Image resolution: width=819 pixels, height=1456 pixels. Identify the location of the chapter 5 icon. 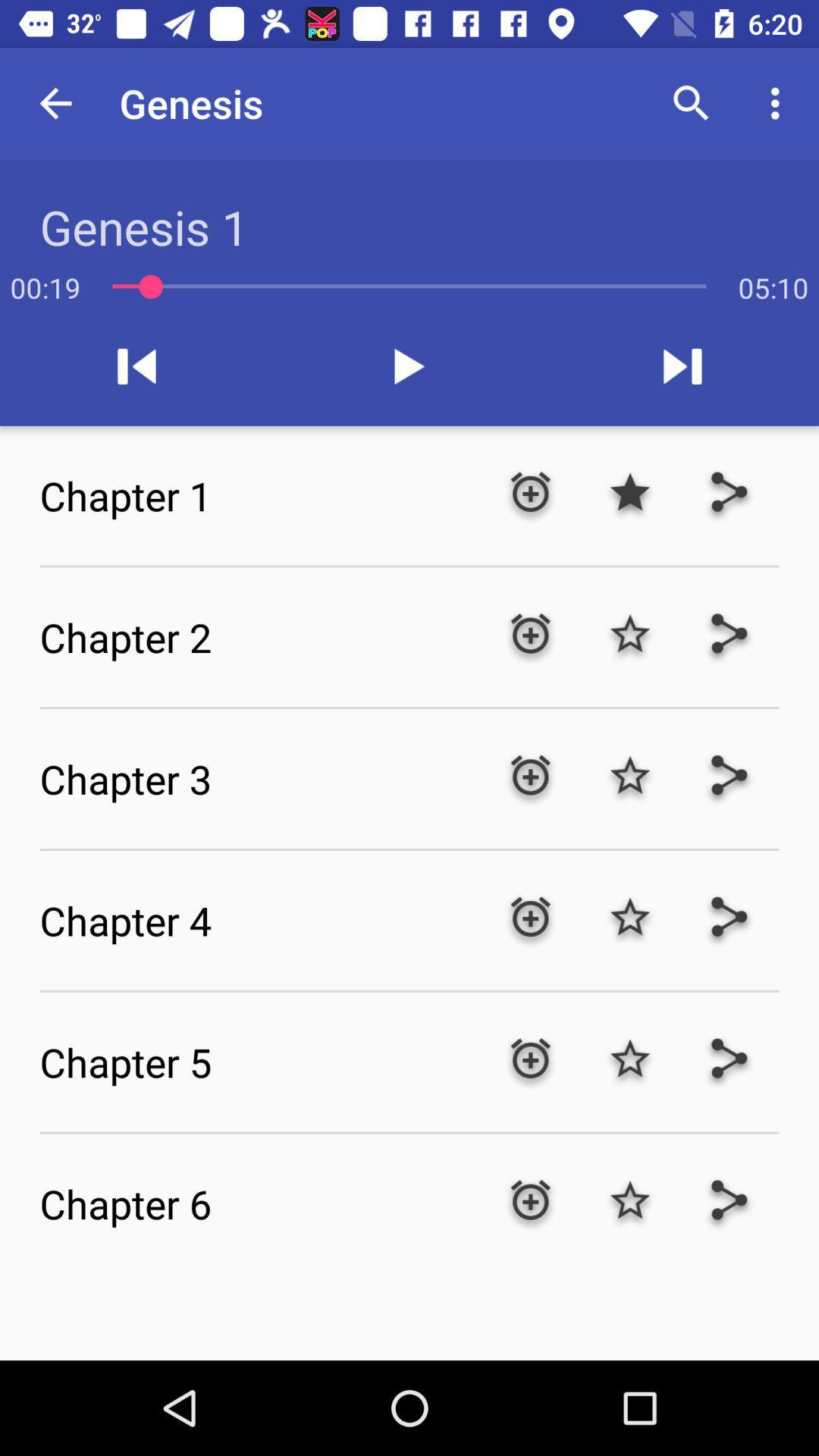
(259, 1061).